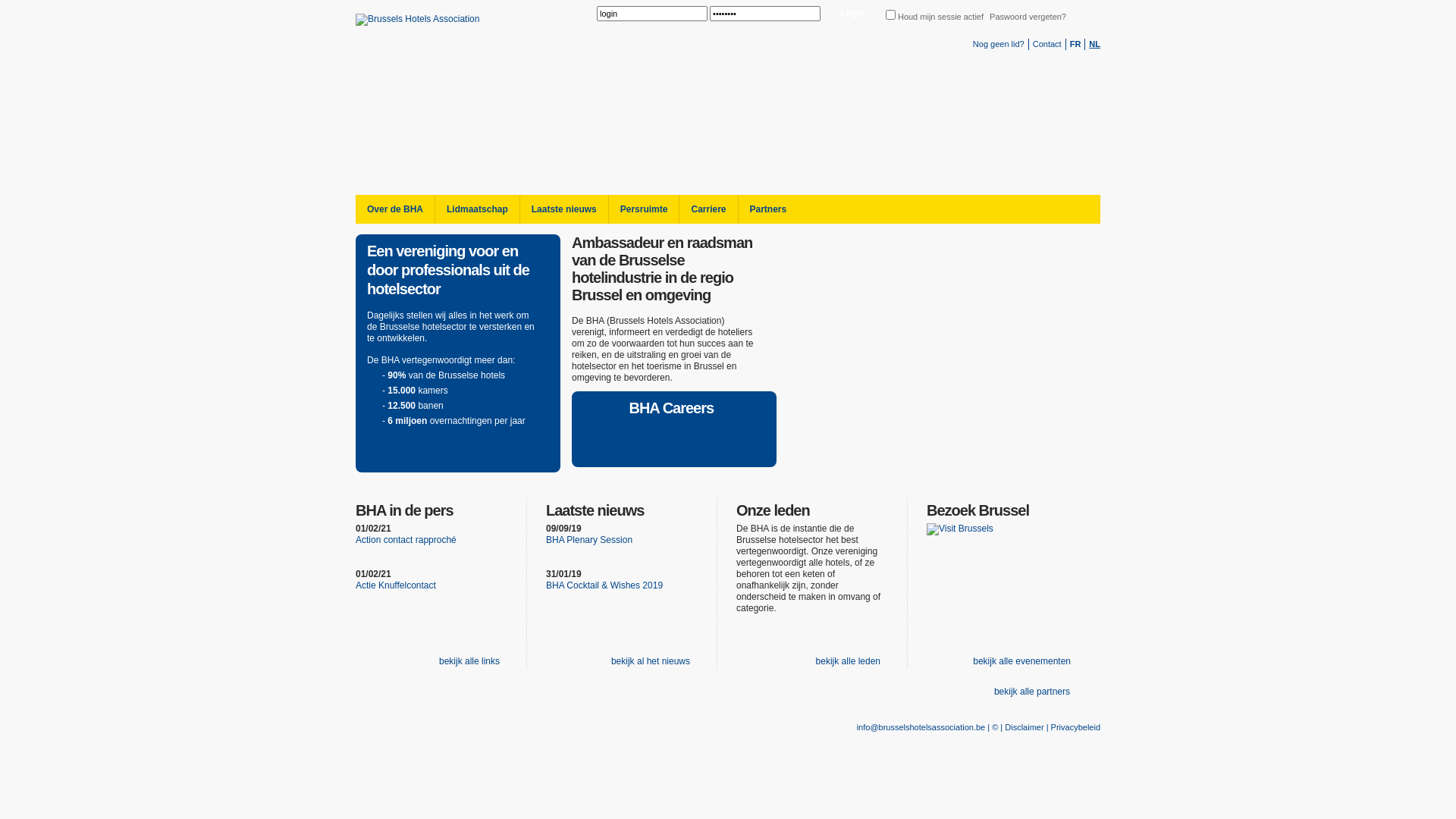 This screenshot has height=819, width=1456. I want to click on 'Laatste nieuws', so click(563, 209).